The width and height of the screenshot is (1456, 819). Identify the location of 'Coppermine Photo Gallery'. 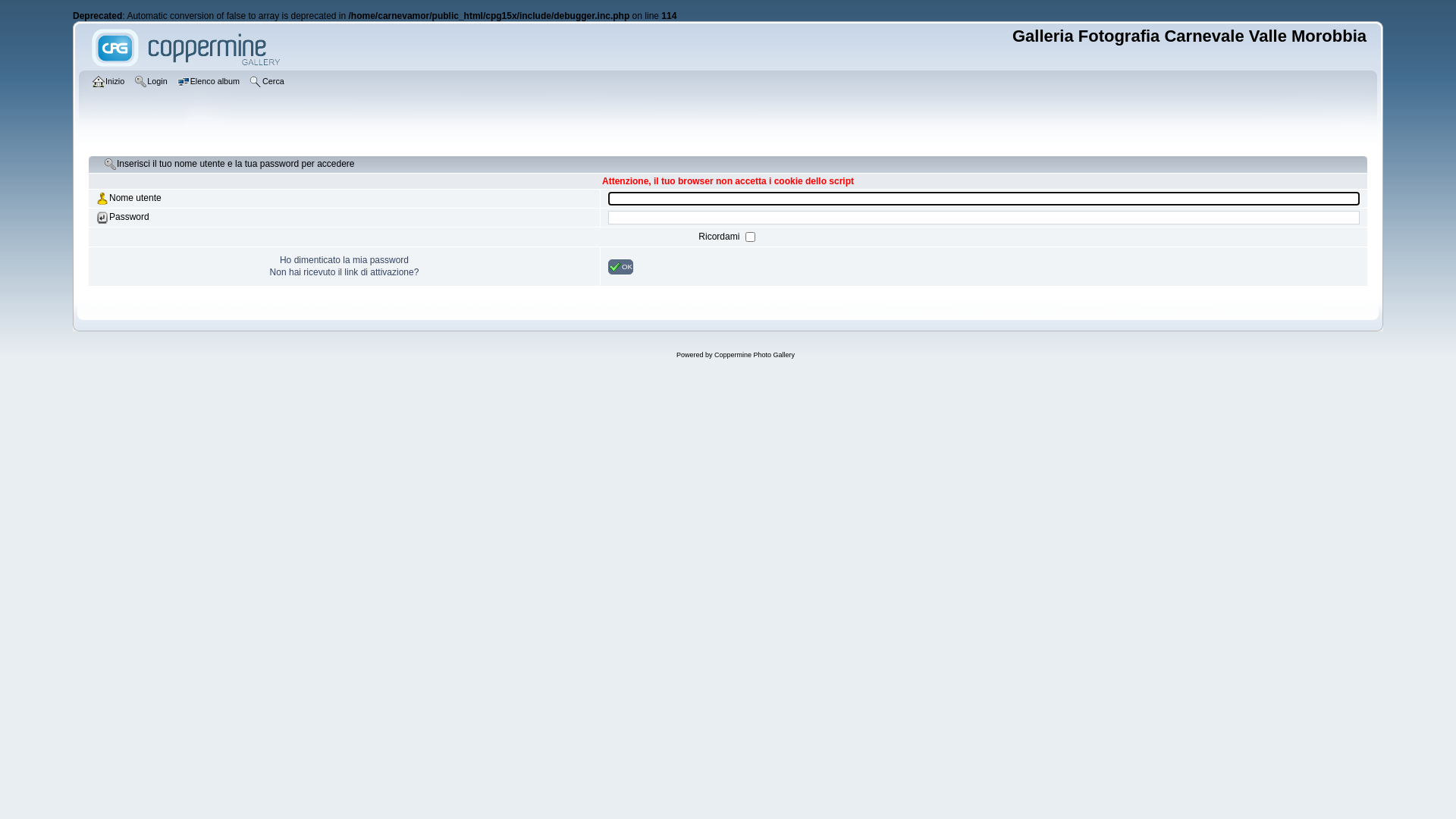
(754, 354).